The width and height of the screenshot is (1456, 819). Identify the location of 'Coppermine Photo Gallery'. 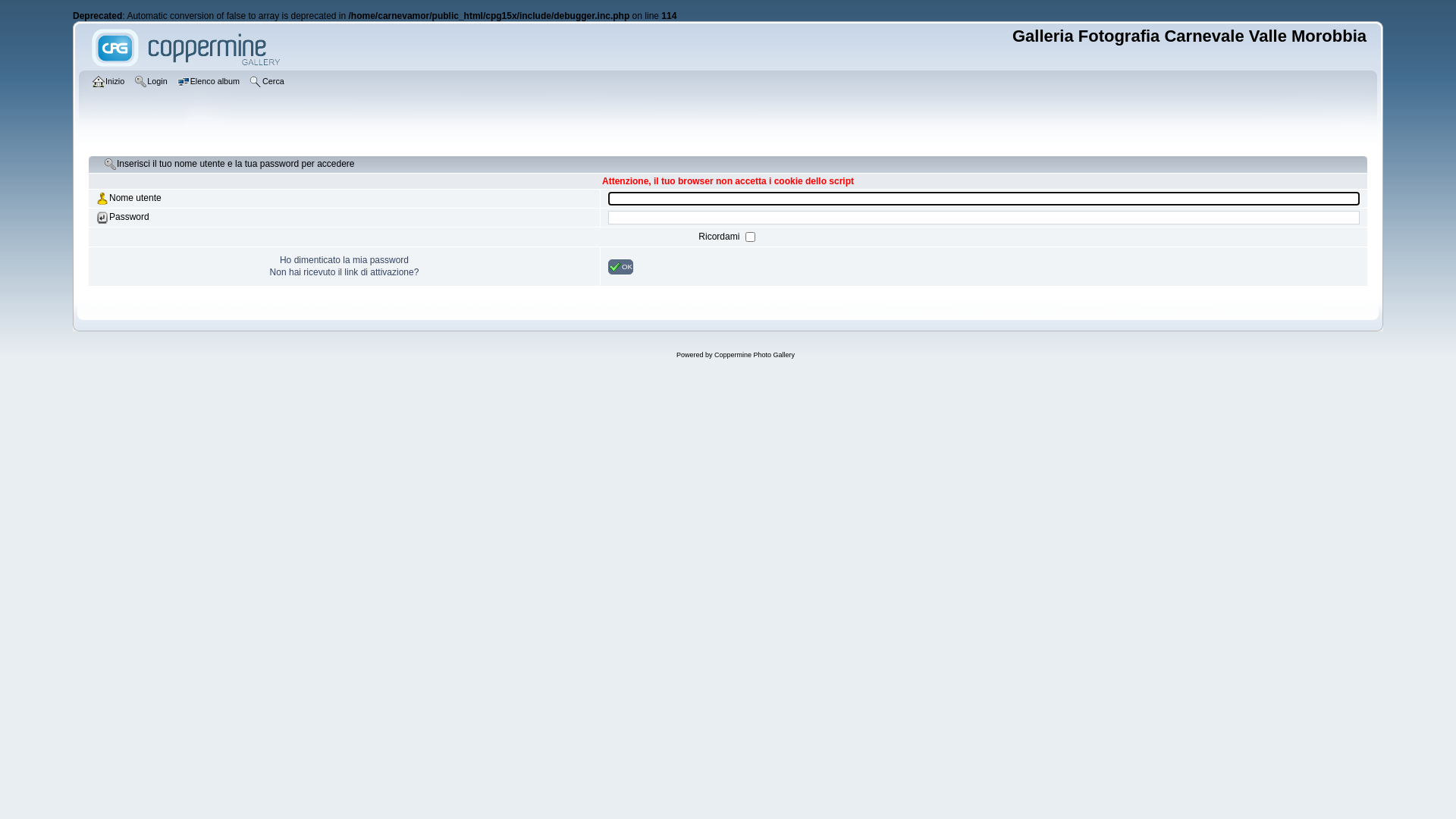
(754, 354).